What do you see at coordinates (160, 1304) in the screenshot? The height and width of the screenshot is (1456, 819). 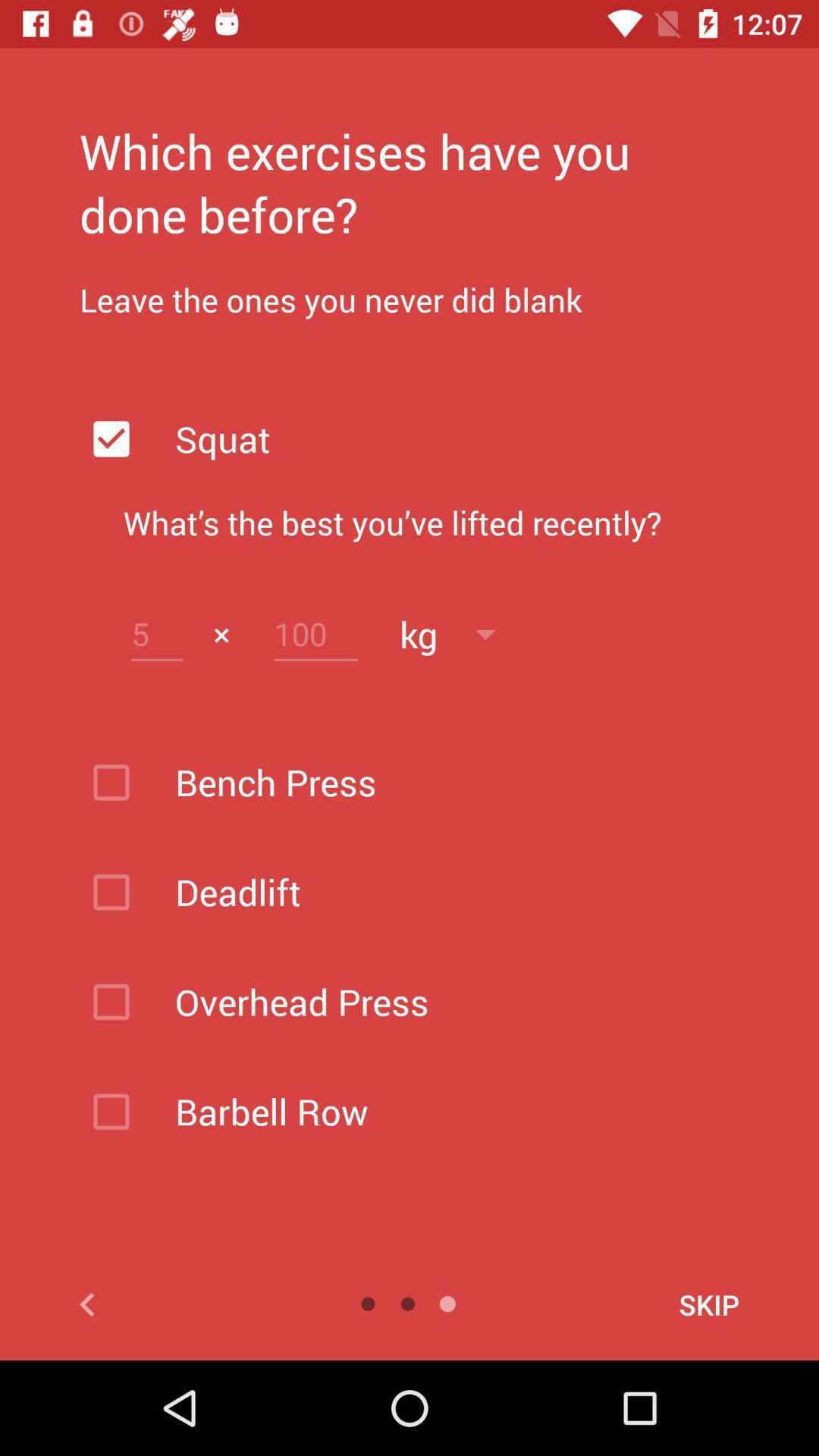 I see `previous` at bounding box center [160, 1304].